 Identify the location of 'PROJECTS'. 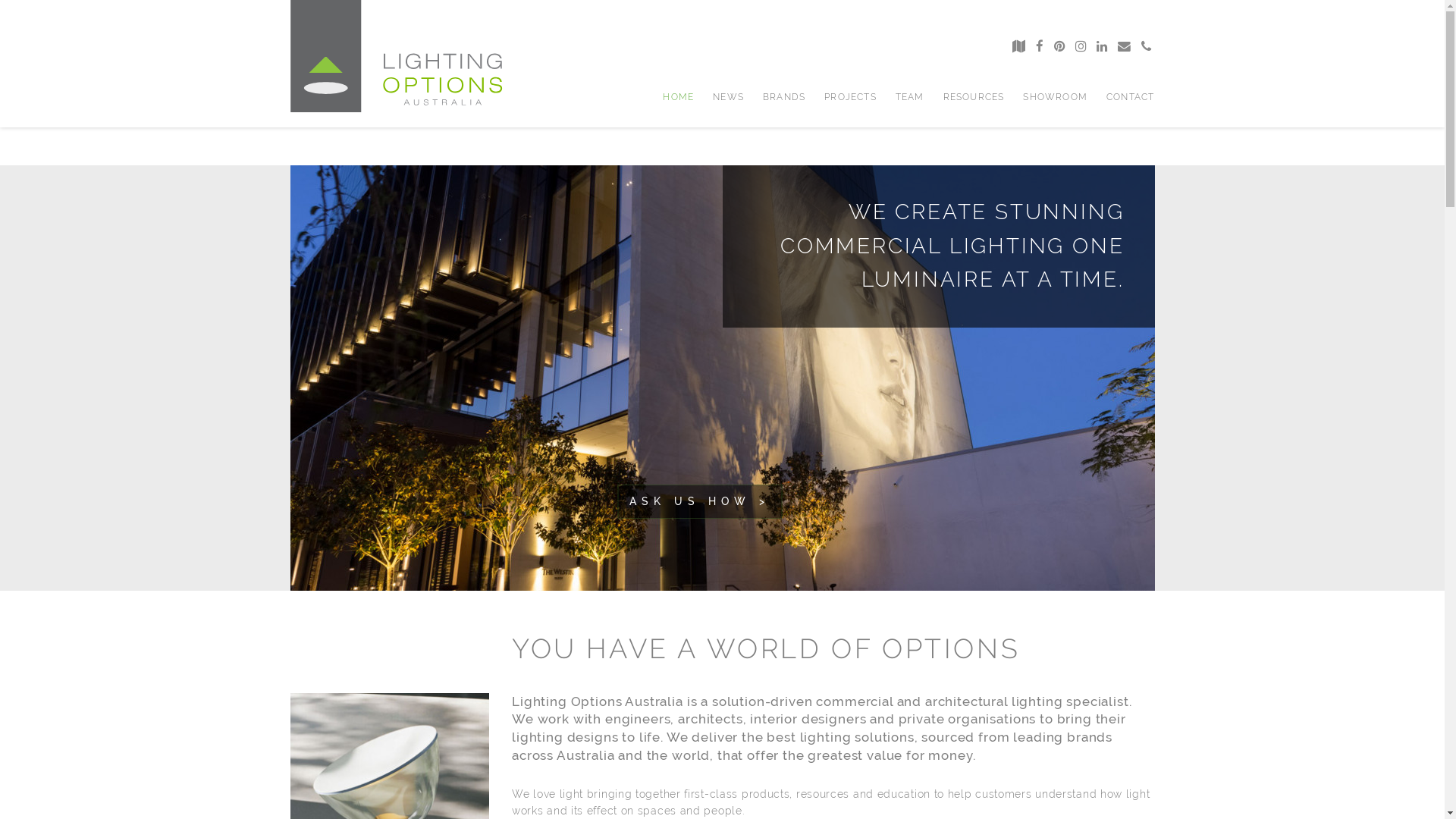
(850, 96).